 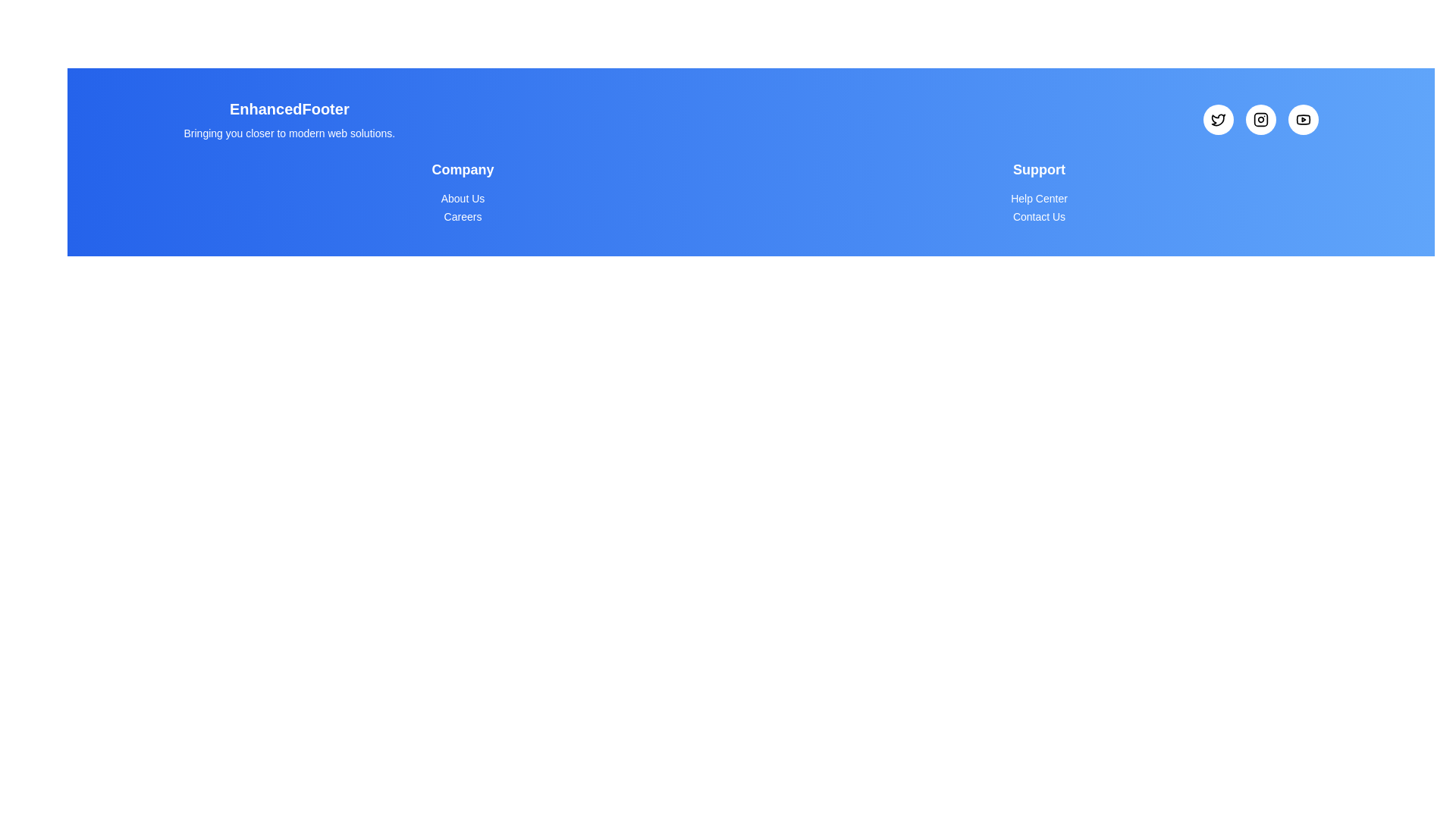 I want to click on the third circular social media button located on the right side of the footer section, which links to a YouTube page, so click(x=1302, y=119).